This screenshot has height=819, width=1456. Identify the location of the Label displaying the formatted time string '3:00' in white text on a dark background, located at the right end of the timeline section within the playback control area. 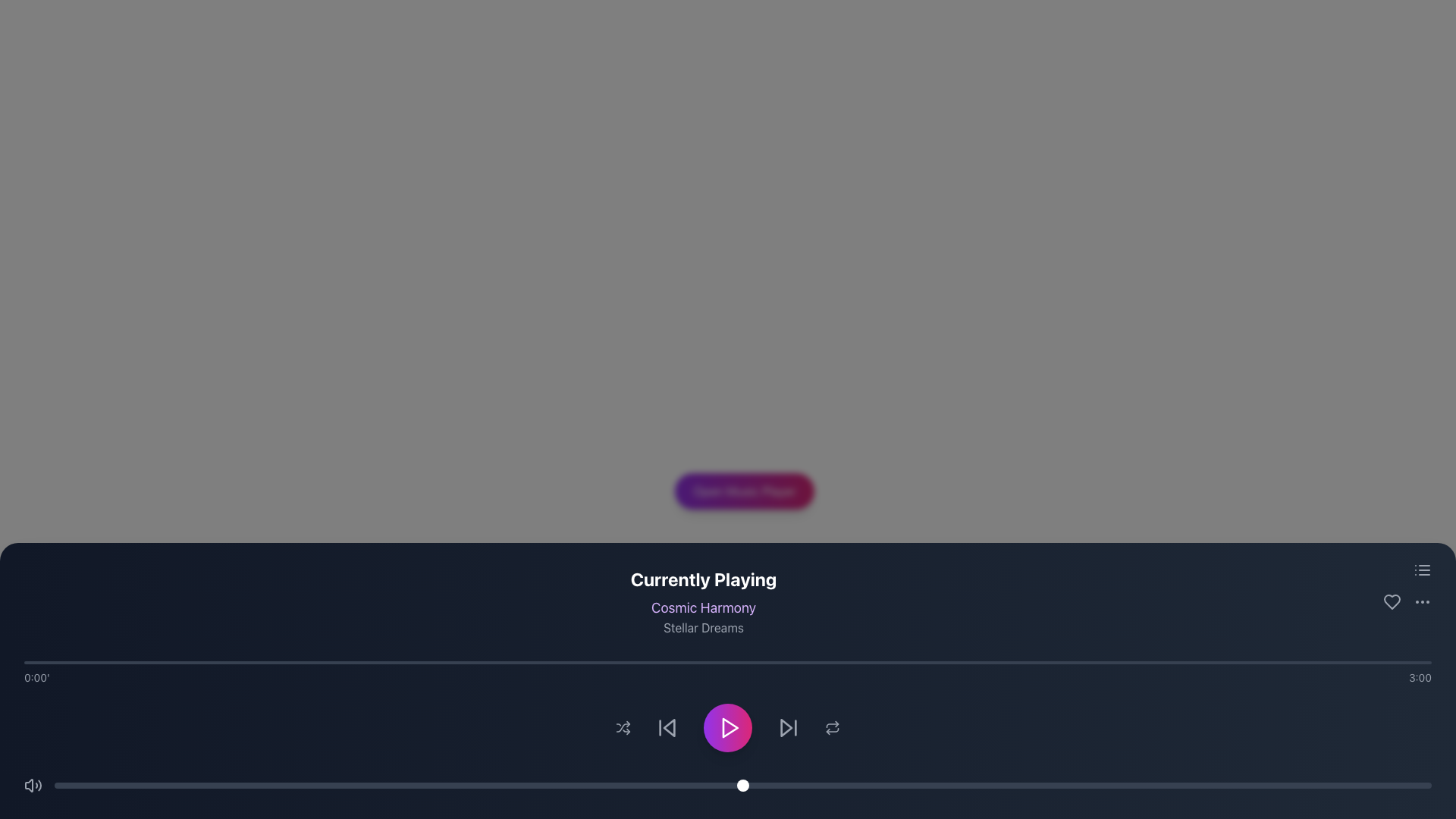
(1419, 677).